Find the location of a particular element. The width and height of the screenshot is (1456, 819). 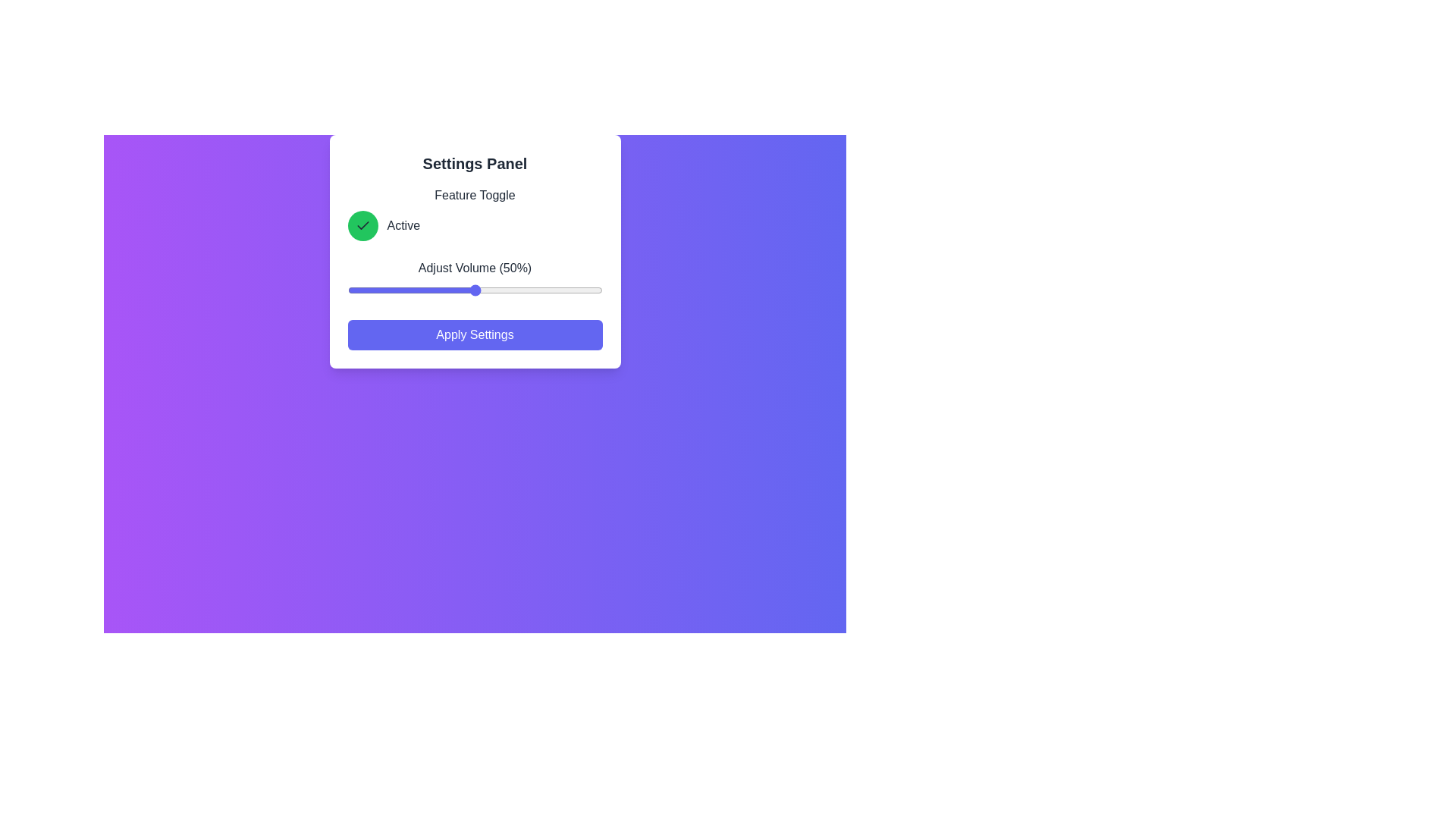

volume is located at coordinates (446, 290).